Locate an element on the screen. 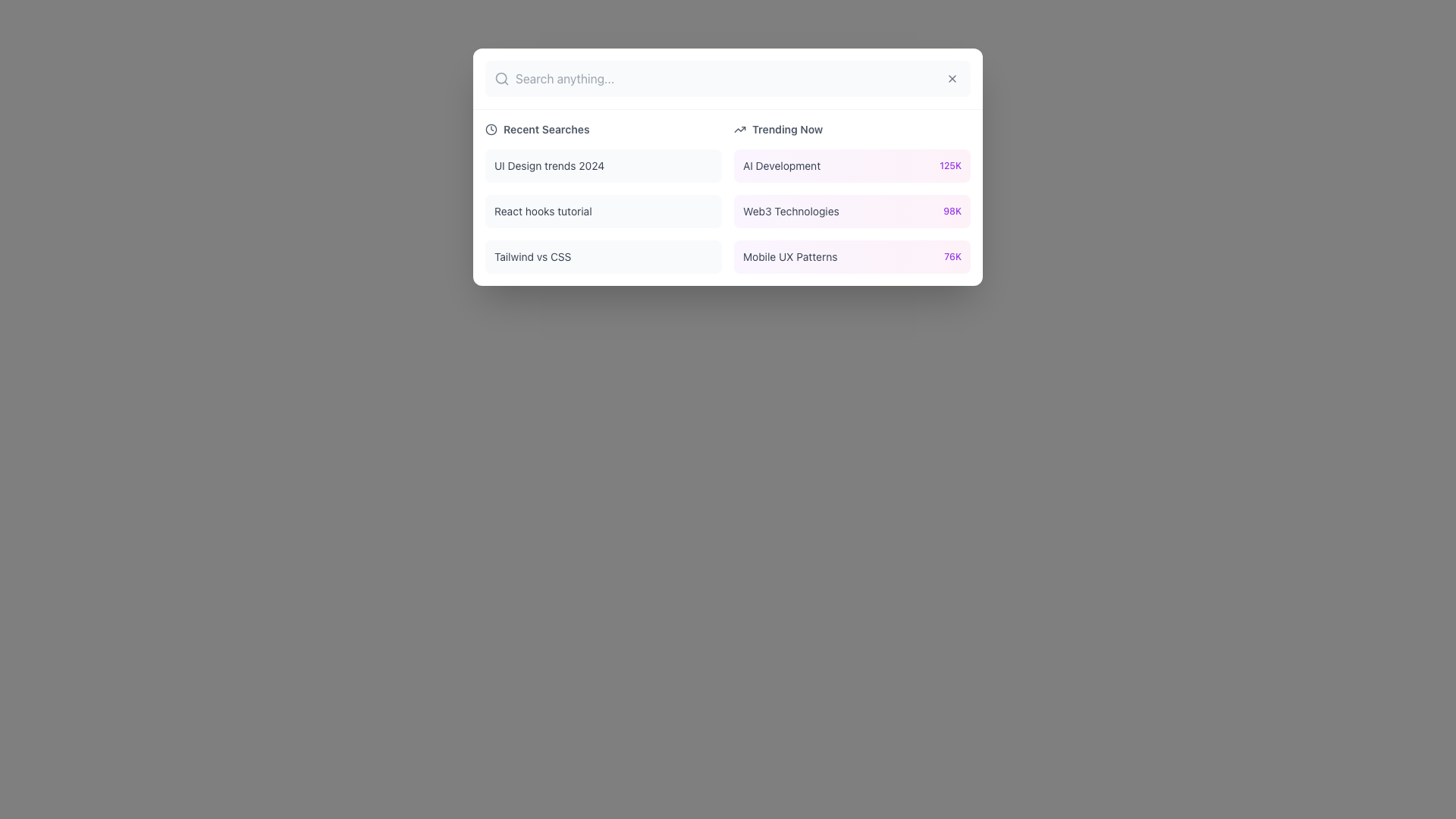  the 'X' shaped icon displayed within a compact circular button located at the top-right corner of the search interface window to observe hover effects is located at coordinates (952, 79).